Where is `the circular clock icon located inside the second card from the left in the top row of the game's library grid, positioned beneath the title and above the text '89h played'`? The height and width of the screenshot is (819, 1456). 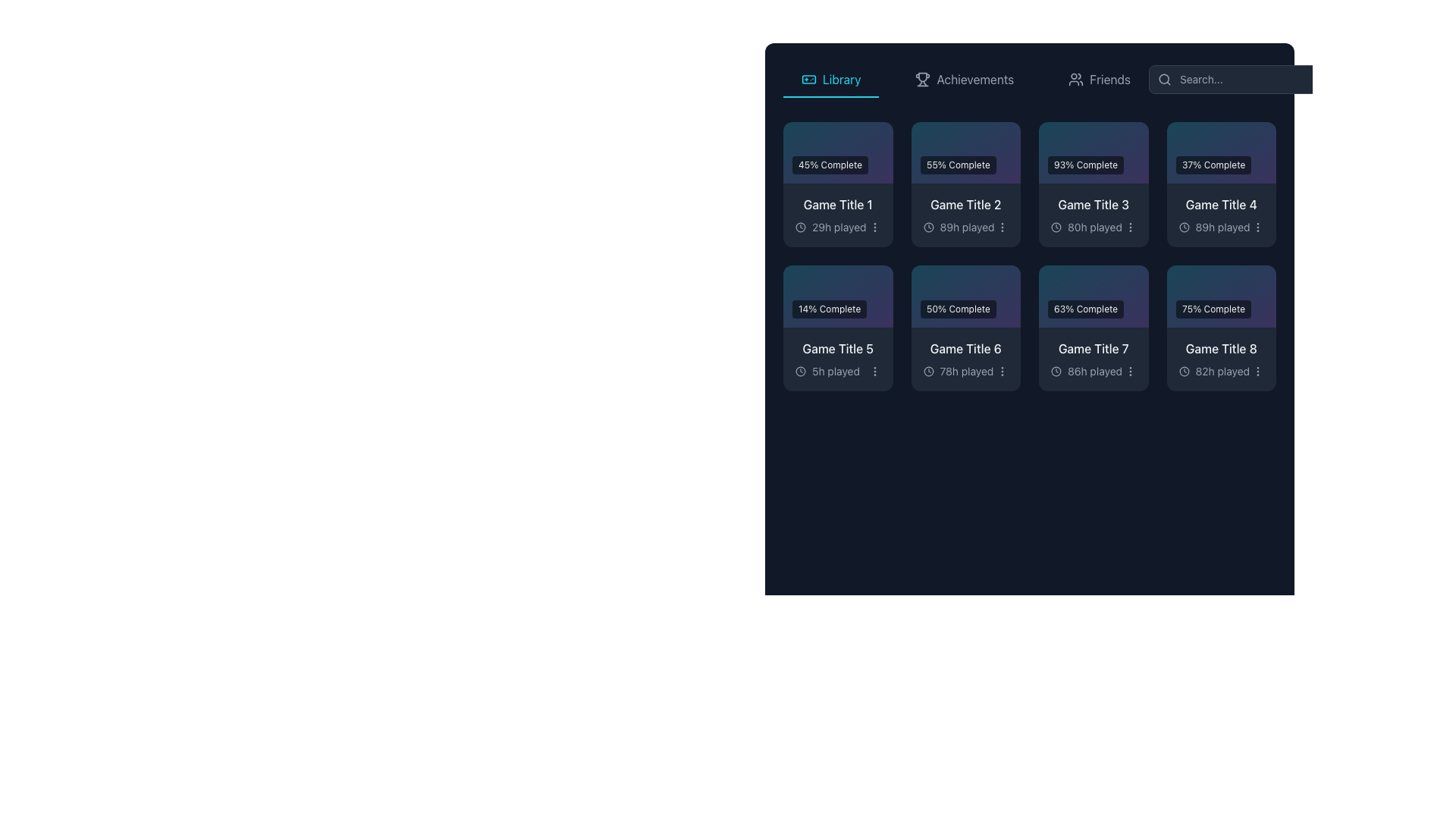 the circular clock icon located inside the second card from the left in the top row of the game's library grid, positioned beneath the title and above the text '89h played' is located at coordinates (927, 227).